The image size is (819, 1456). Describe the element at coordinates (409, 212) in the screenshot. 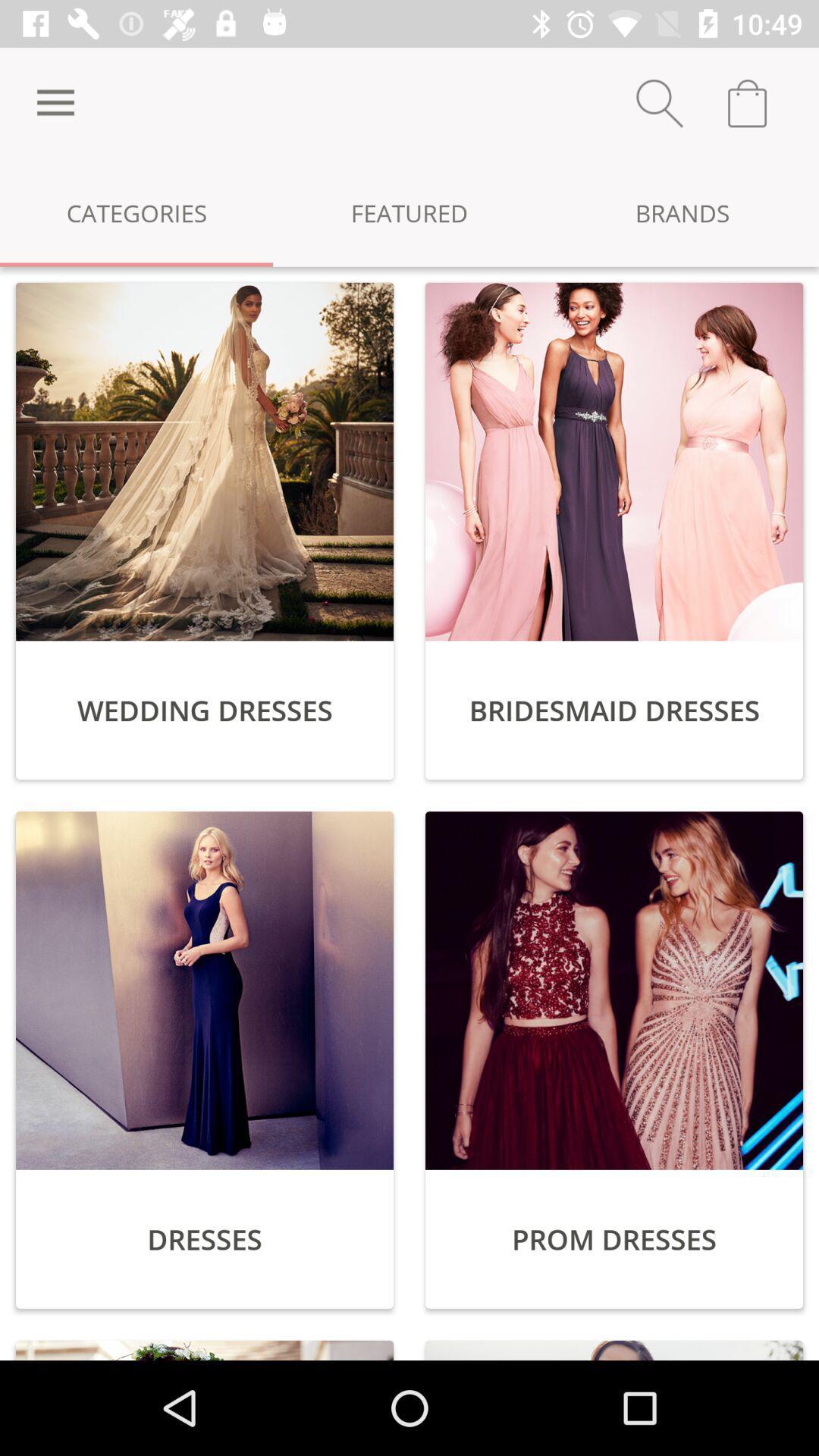

I see `the featured icon` at that location.